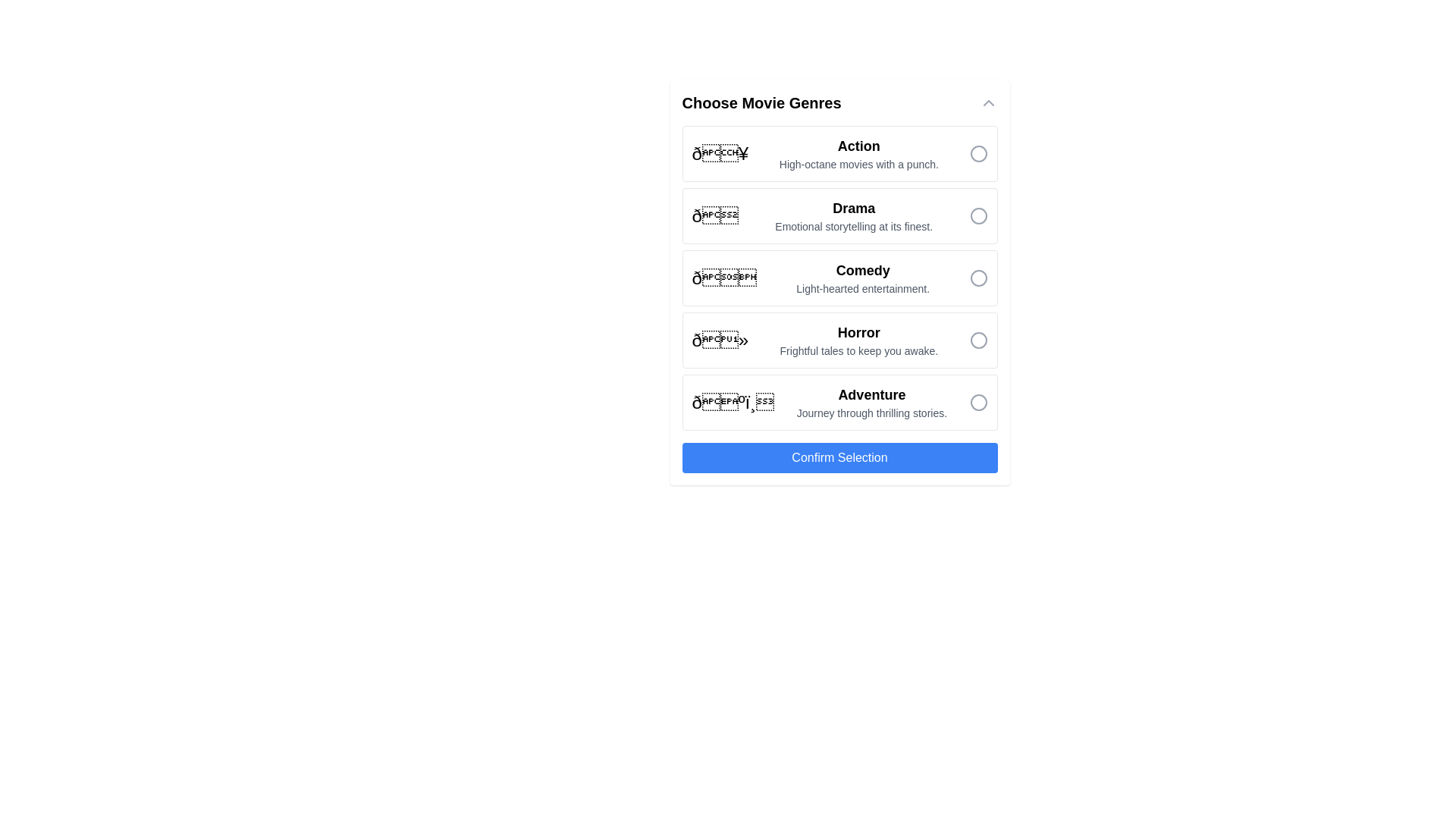 The image size is (1456, 819). Describe the element at coordinates (988, 102) in the screenshot. I see `the collapse button located in the top-right corner of the 'Choose Movie Genres' modal dialog` at that location.